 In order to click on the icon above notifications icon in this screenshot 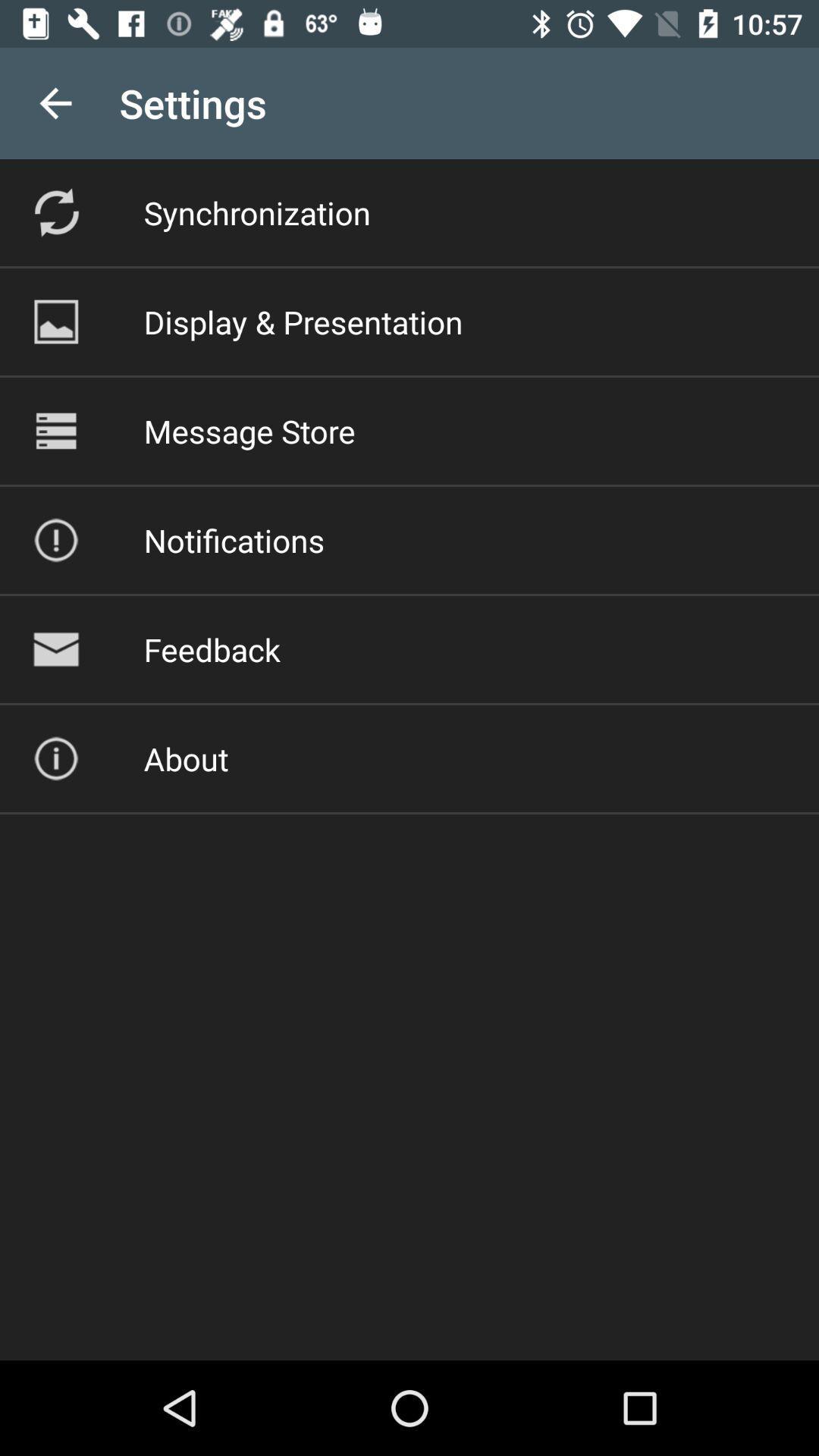, I will do `click(249, 430)`.